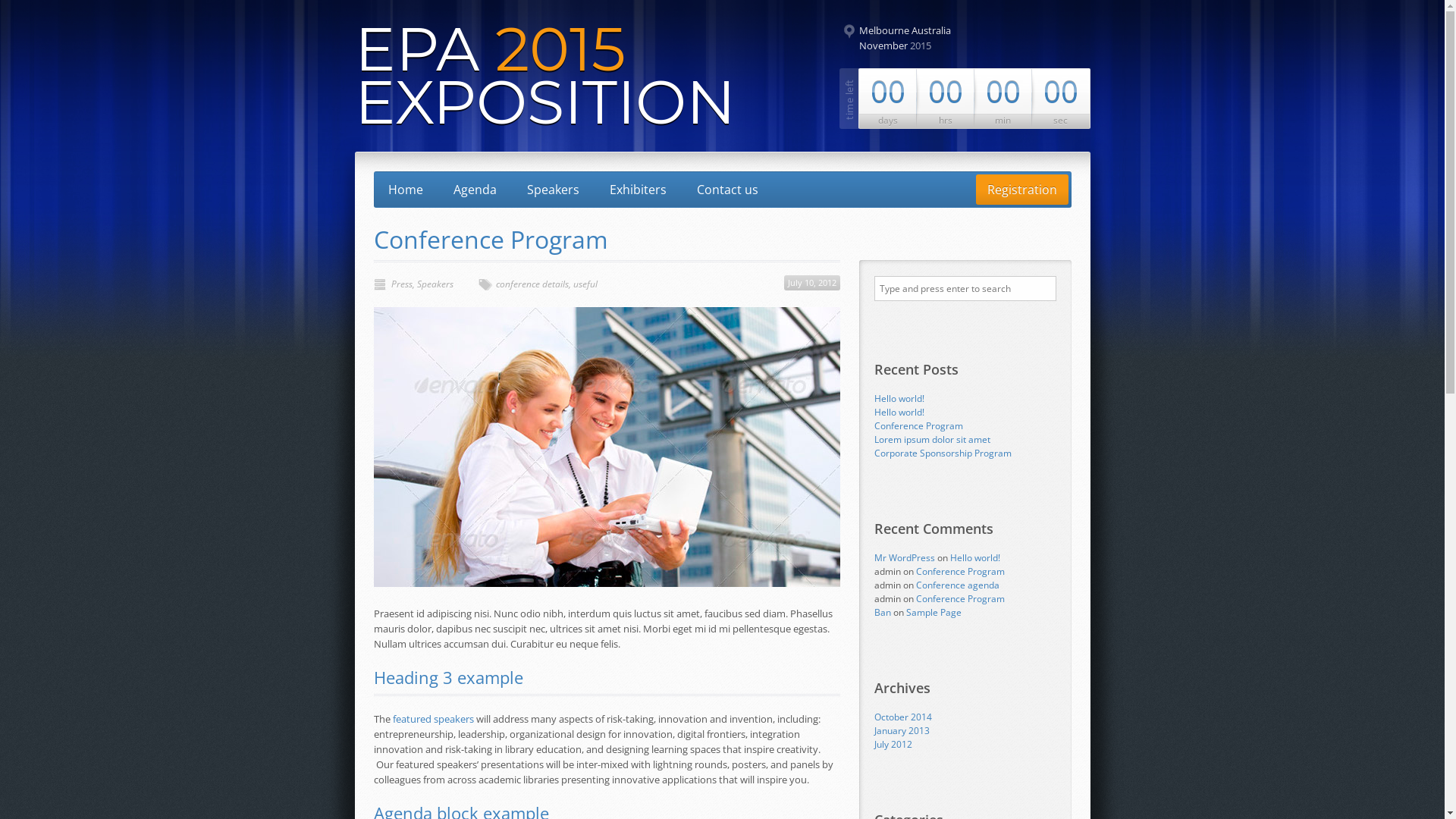 Image resolution: width=1456 pixels, height=819 pixels. I want to click on 'Speakers', so click(552, 189).